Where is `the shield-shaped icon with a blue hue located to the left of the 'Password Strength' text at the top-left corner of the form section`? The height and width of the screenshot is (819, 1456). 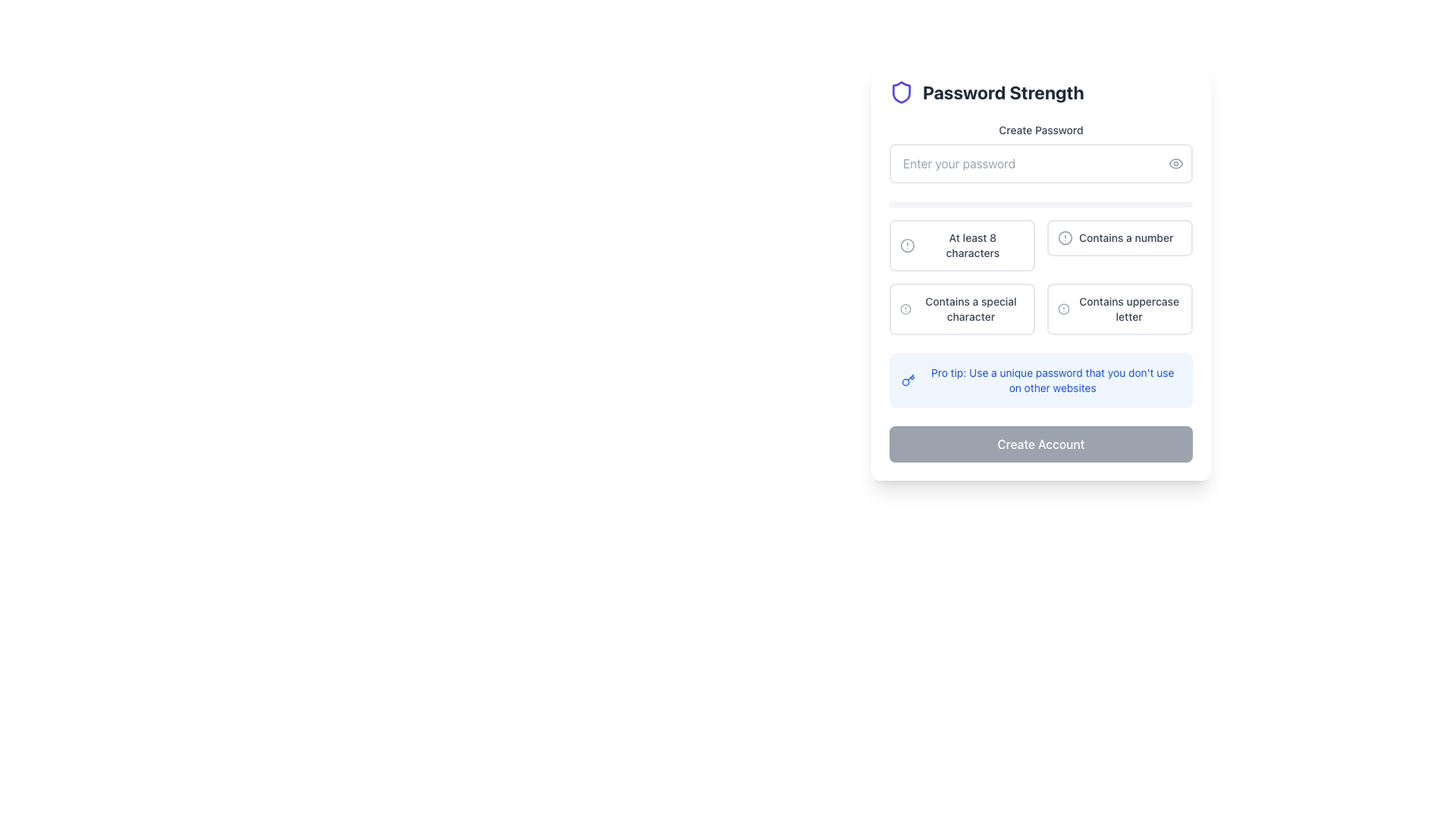
the shield-shaped icon with a blue hue located to the left of the 'Password Strength' text at the top-left corner of the form section is located at coordinates (902, 93).